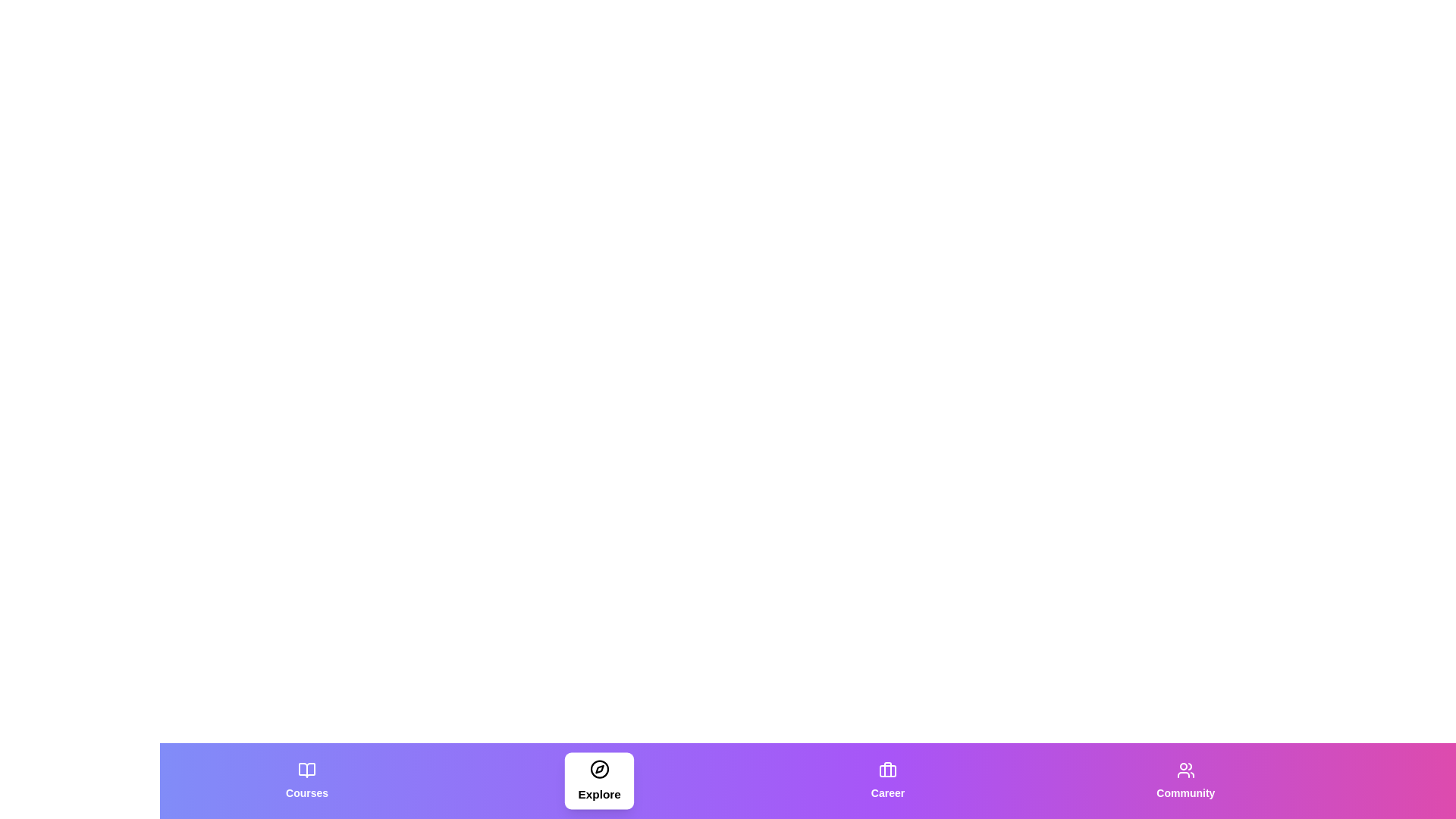  What do you see at coordinates (1185, 780) in the screenshot?
I see `the tab labeled Community` at bounding box center [1185, 780].